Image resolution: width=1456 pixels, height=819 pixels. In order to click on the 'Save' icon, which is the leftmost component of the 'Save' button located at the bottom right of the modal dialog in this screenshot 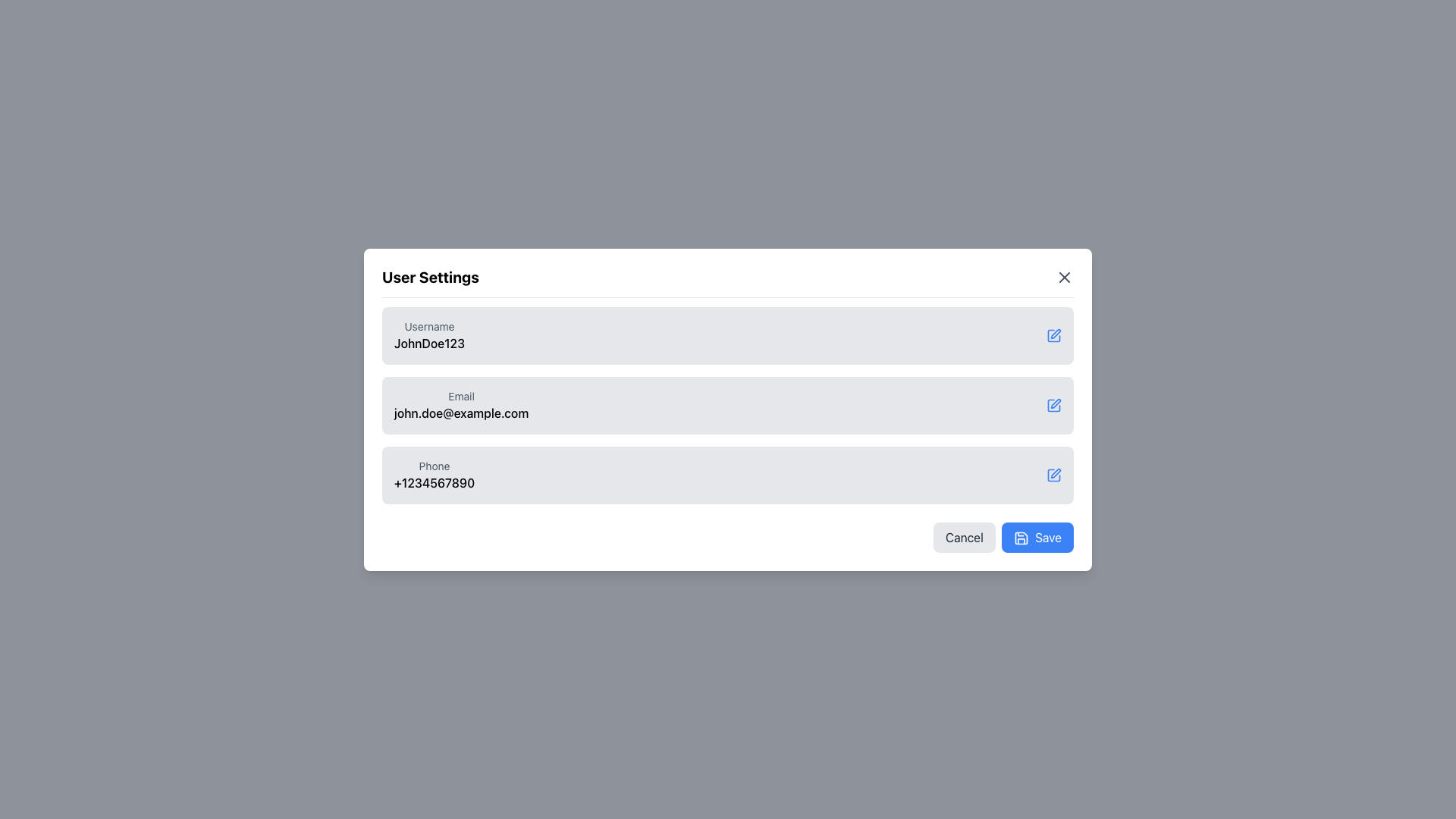, I will do `click(1021, 538)`.